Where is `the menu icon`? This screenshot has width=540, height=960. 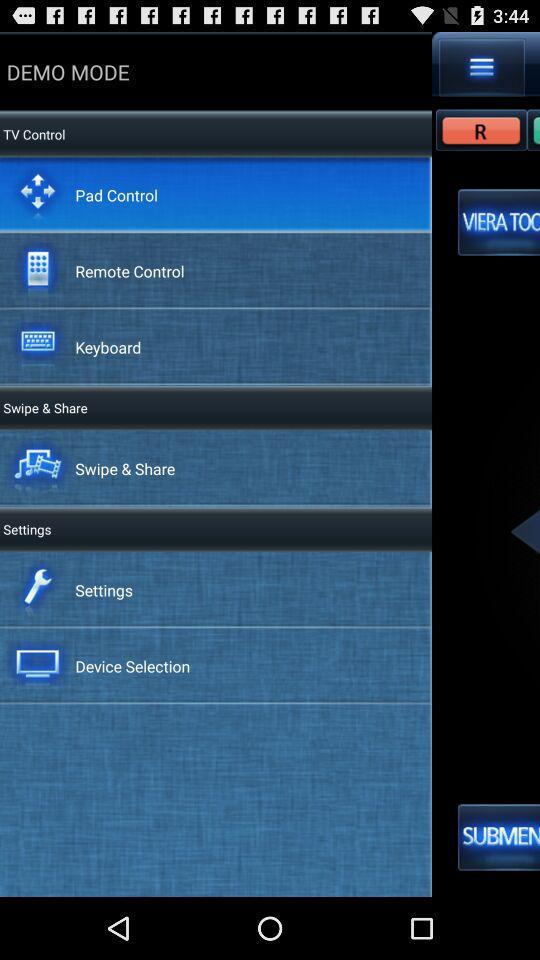
the menu icon is located at coordinates (481, 71).